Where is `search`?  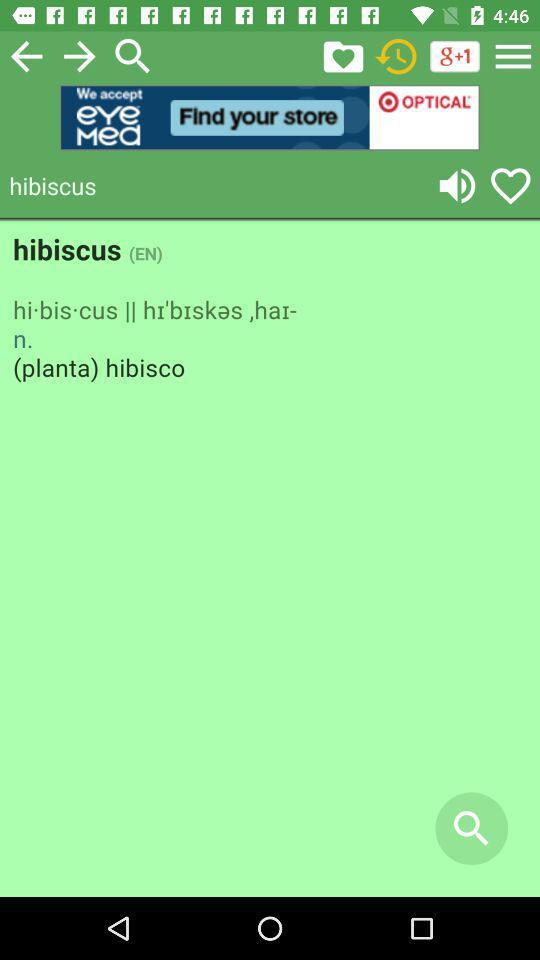 search is located at coordinates (133, 55).